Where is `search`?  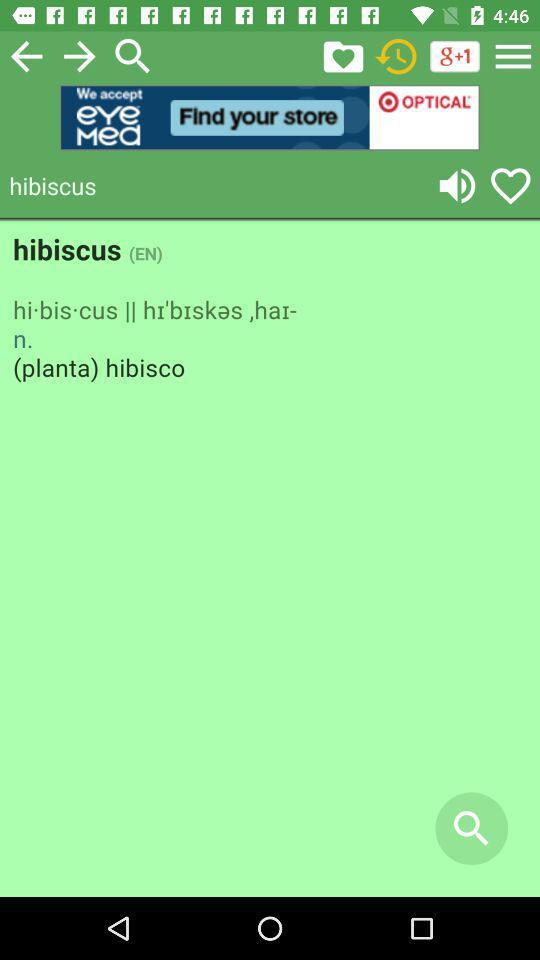 search is located at coordinates (133, 55).